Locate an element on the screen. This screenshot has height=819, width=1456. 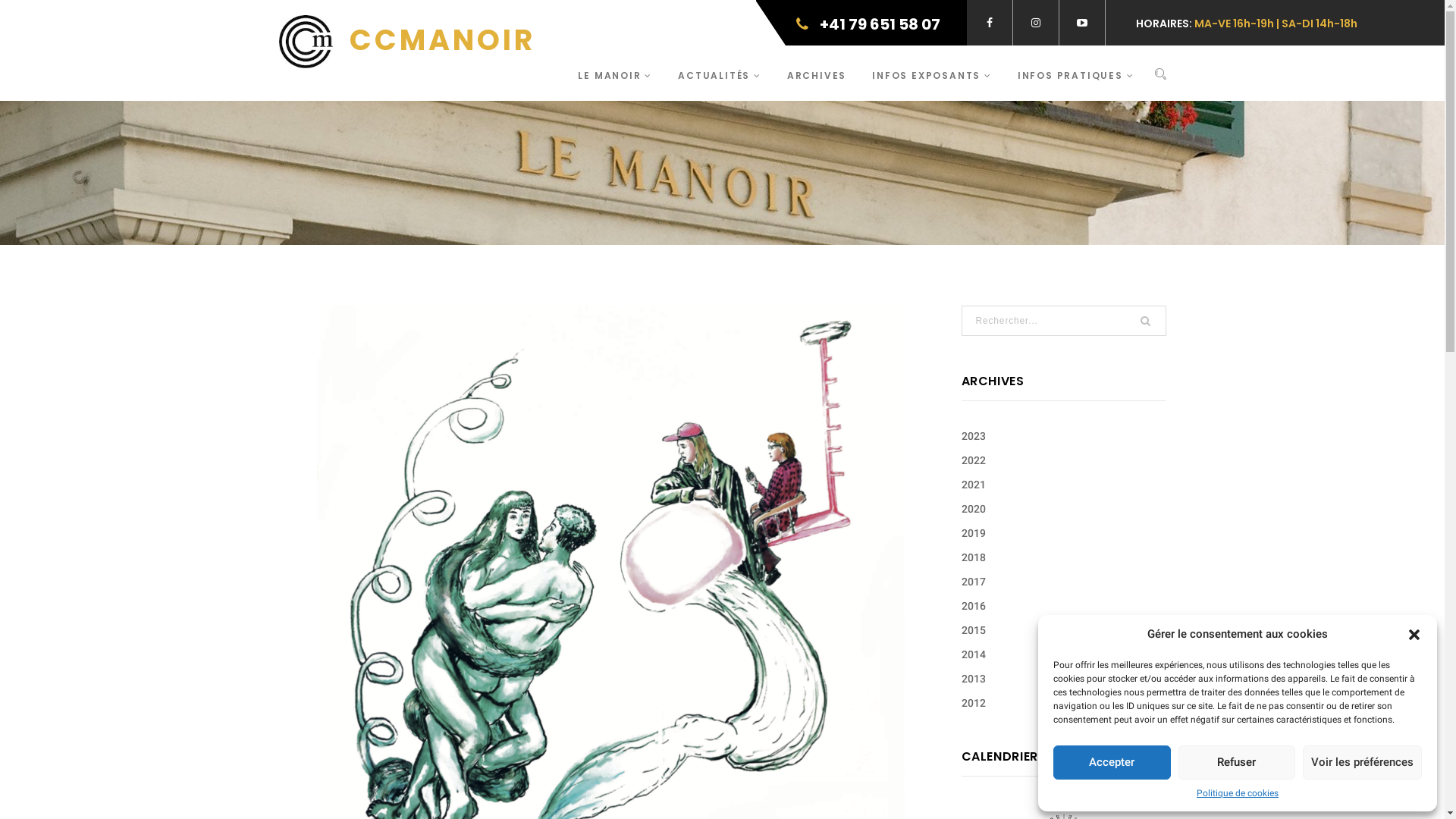
'2022' is located at coordinates (960, 459).